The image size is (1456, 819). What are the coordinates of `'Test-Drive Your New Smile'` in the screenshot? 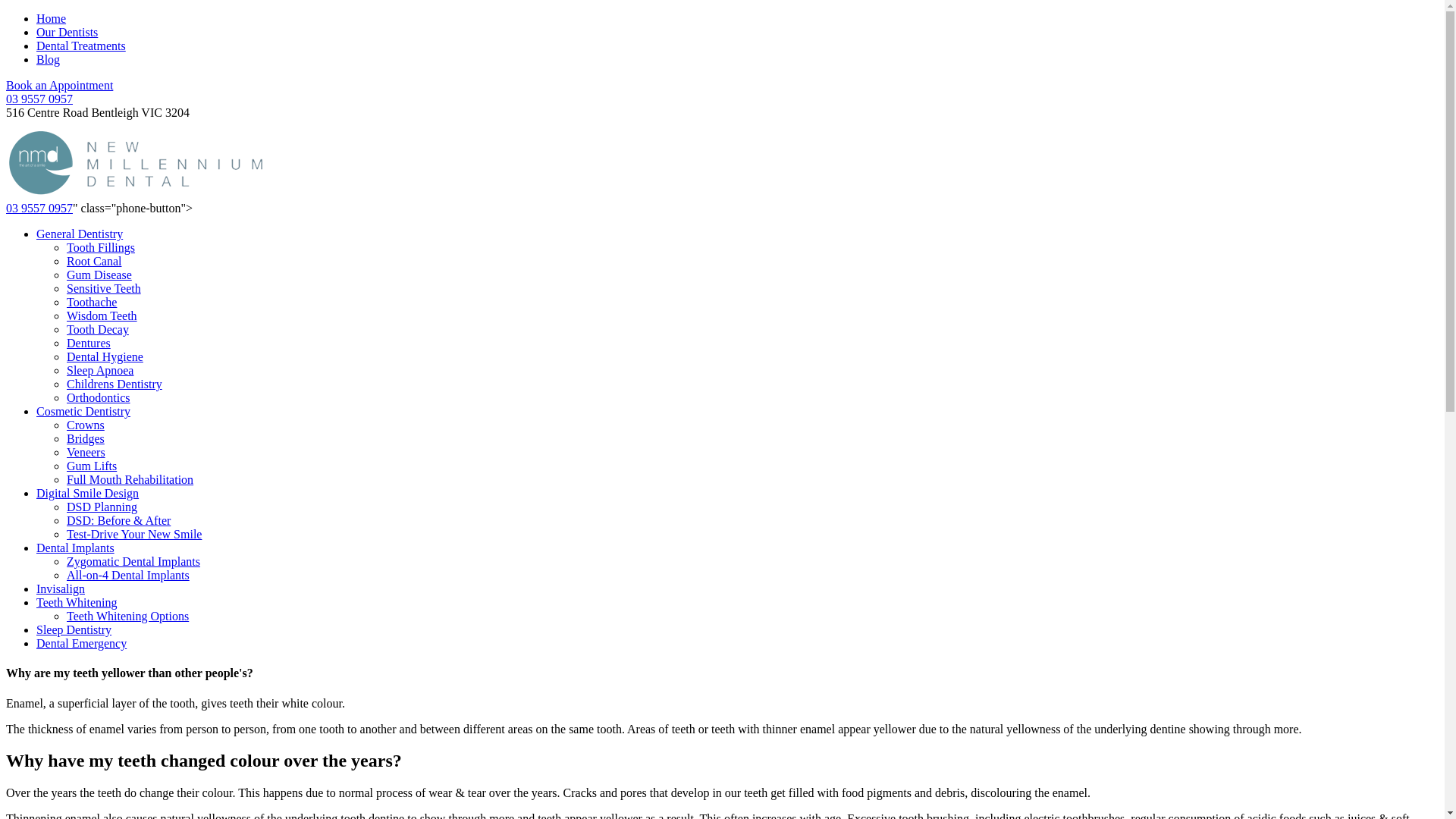 It's located at (134, 533).